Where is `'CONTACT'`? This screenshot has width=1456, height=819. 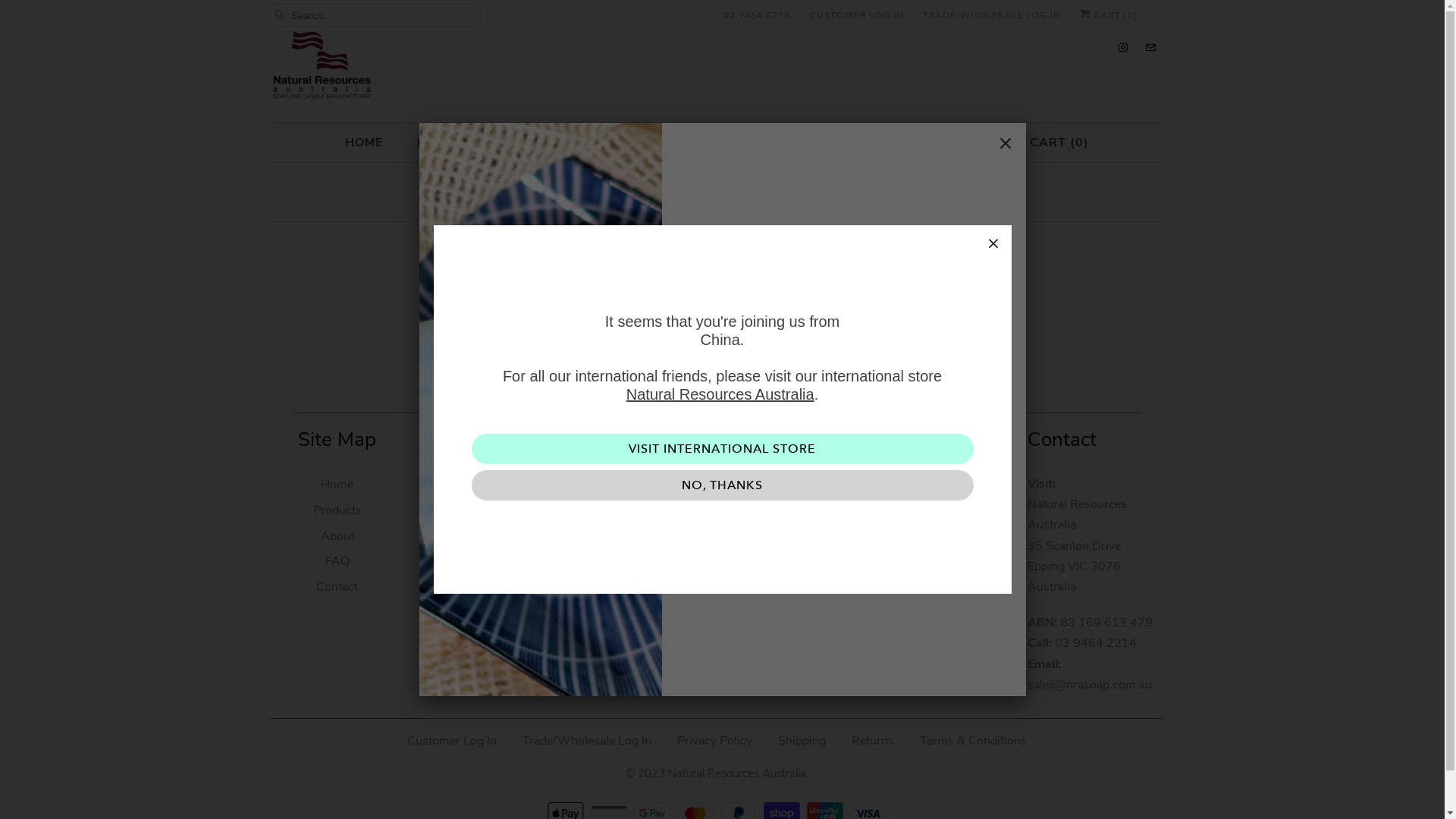
'CONTACT' is located at coordinates (949, 143).